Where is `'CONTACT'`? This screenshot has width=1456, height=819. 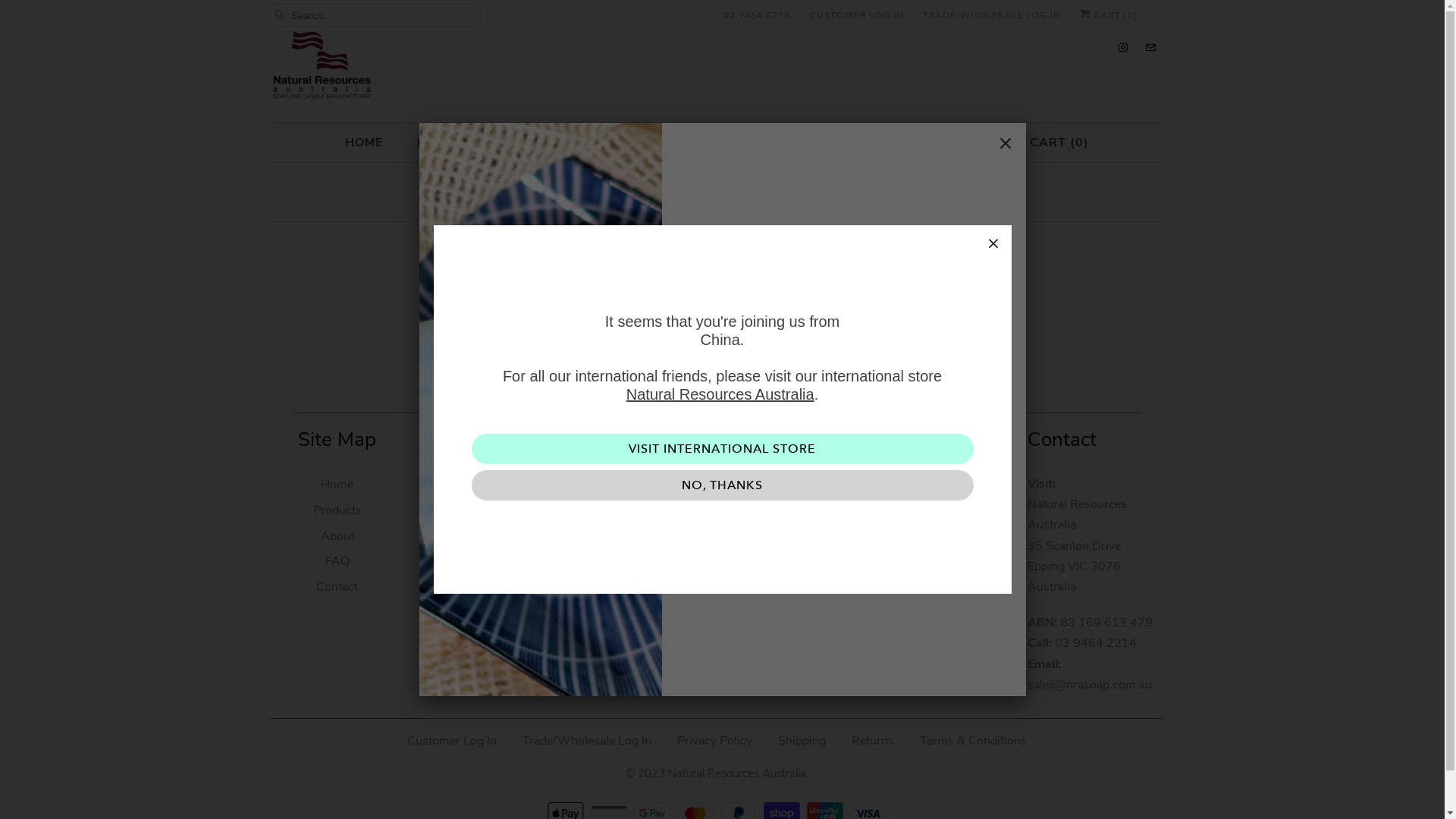
'CONTACT' is located at coordinates (949, 143).